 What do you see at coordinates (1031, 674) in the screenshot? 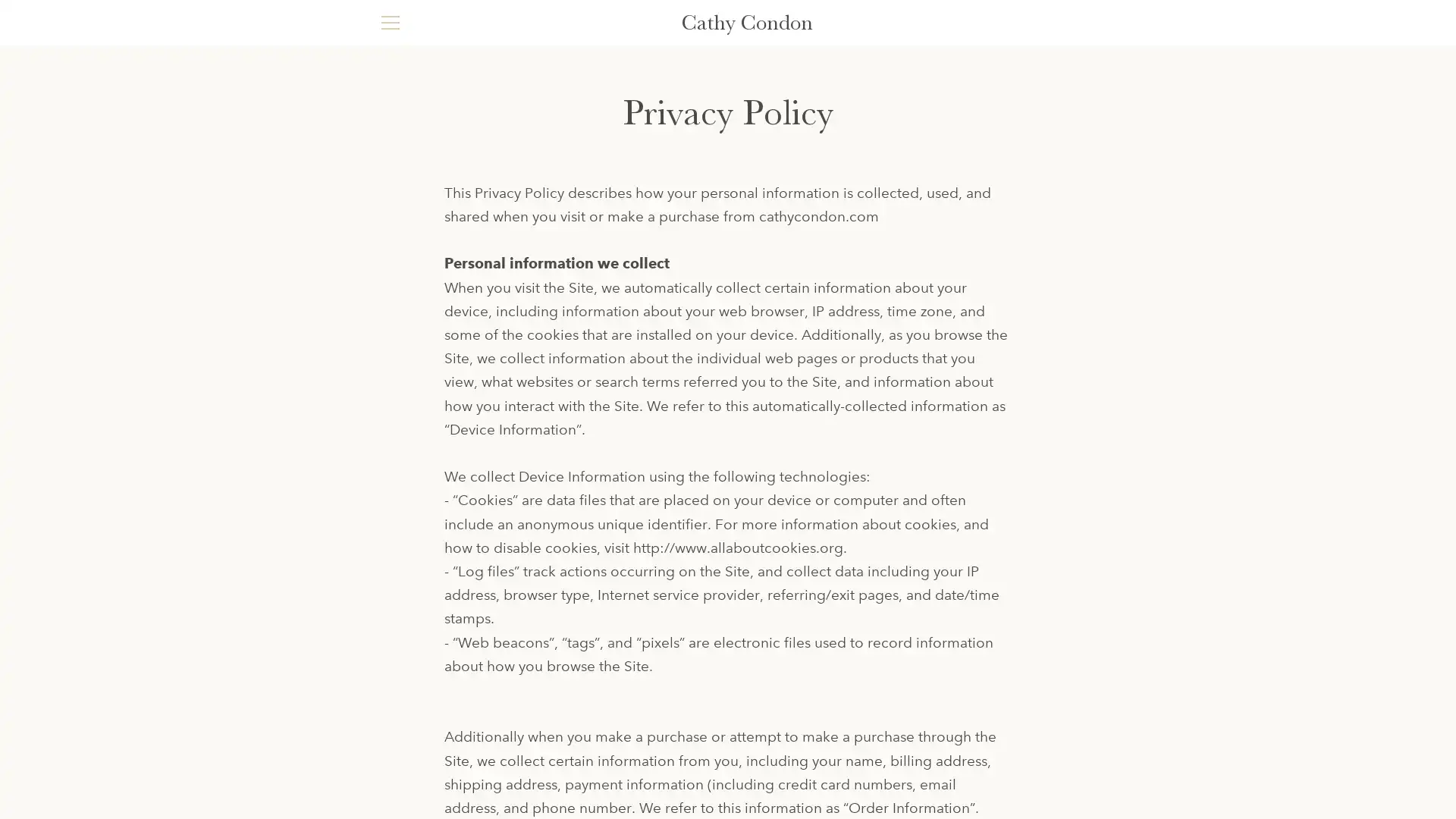
I see `SUBSCRIBE` at bounding box center [1031, 674].